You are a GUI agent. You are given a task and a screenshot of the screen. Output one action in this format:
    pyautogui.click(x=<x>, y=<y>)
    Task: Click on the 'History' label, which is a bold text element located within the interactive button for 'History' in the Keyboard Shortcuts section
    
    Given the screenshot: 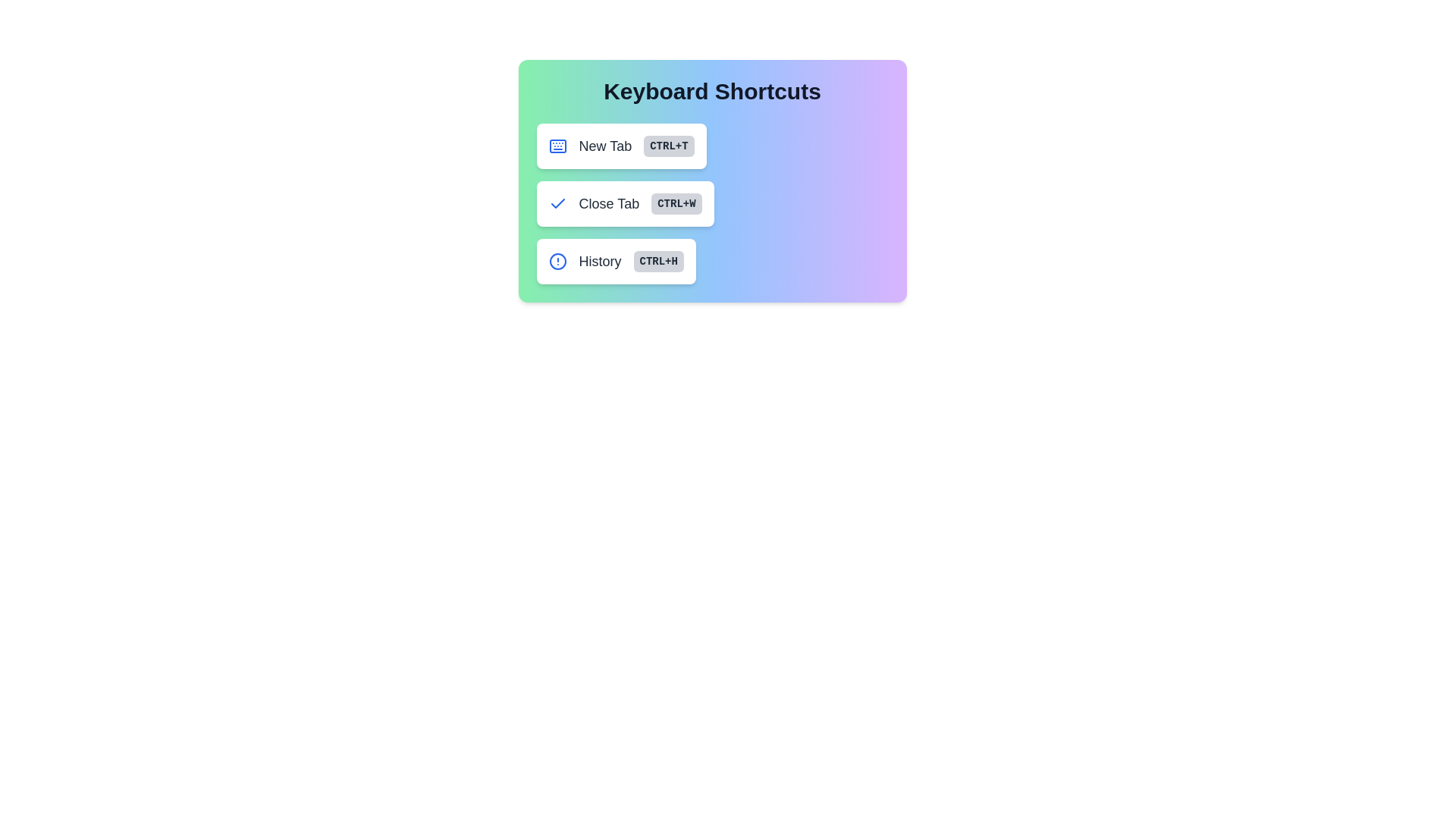 What is the action you would take?
    pyautogui.click(x=599, y=260)
    